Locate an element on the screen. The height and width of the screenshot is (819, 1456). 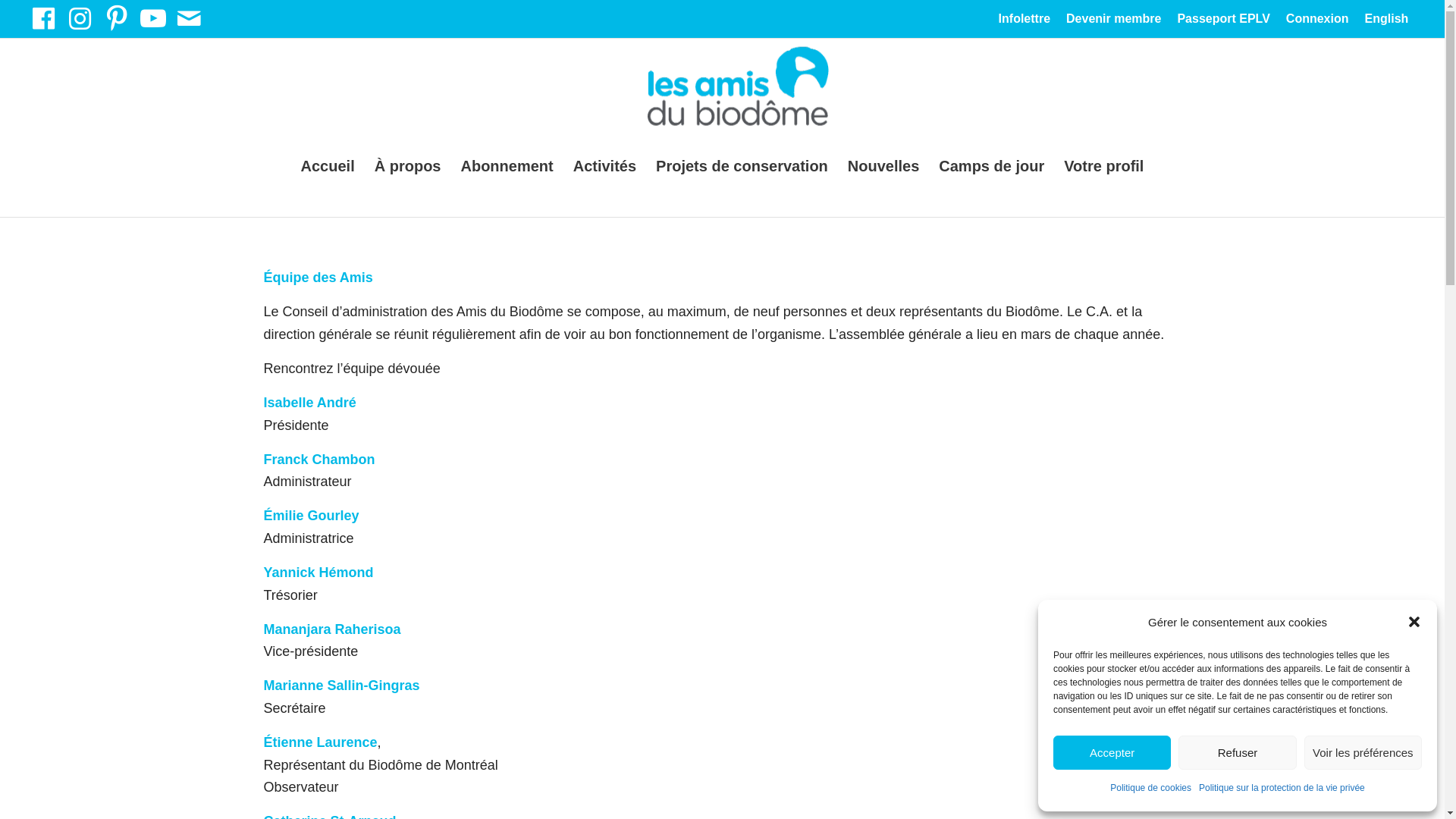
'Facebook1' is located at coordinates (43, 17).